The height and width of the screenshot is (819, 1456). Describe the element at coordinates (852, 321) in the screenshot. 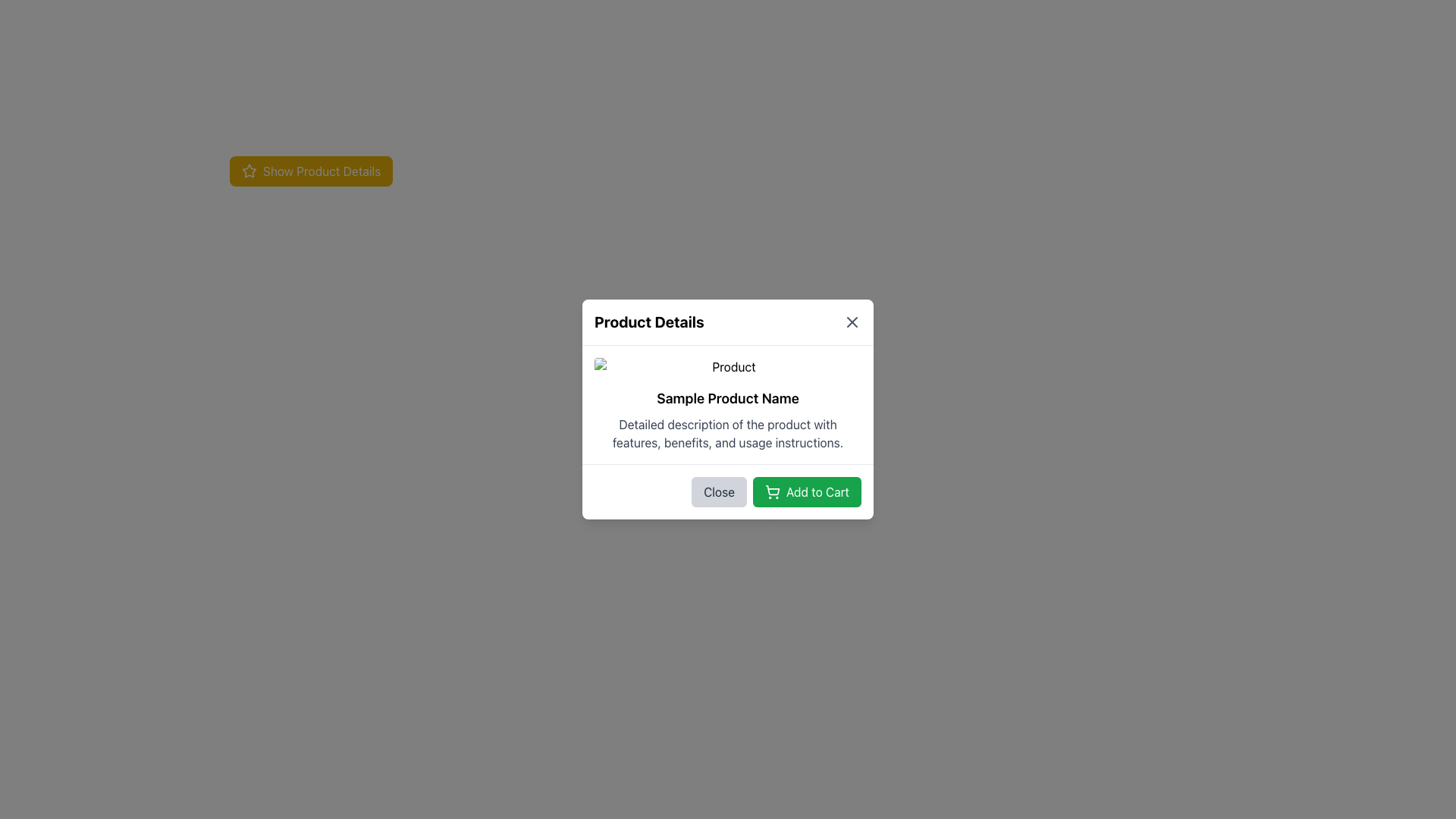

I see `the Close Button (Icon) which is a small 'X' icon at the top right corner of the 'Product Details' modal to observe the color change effect` at that location.